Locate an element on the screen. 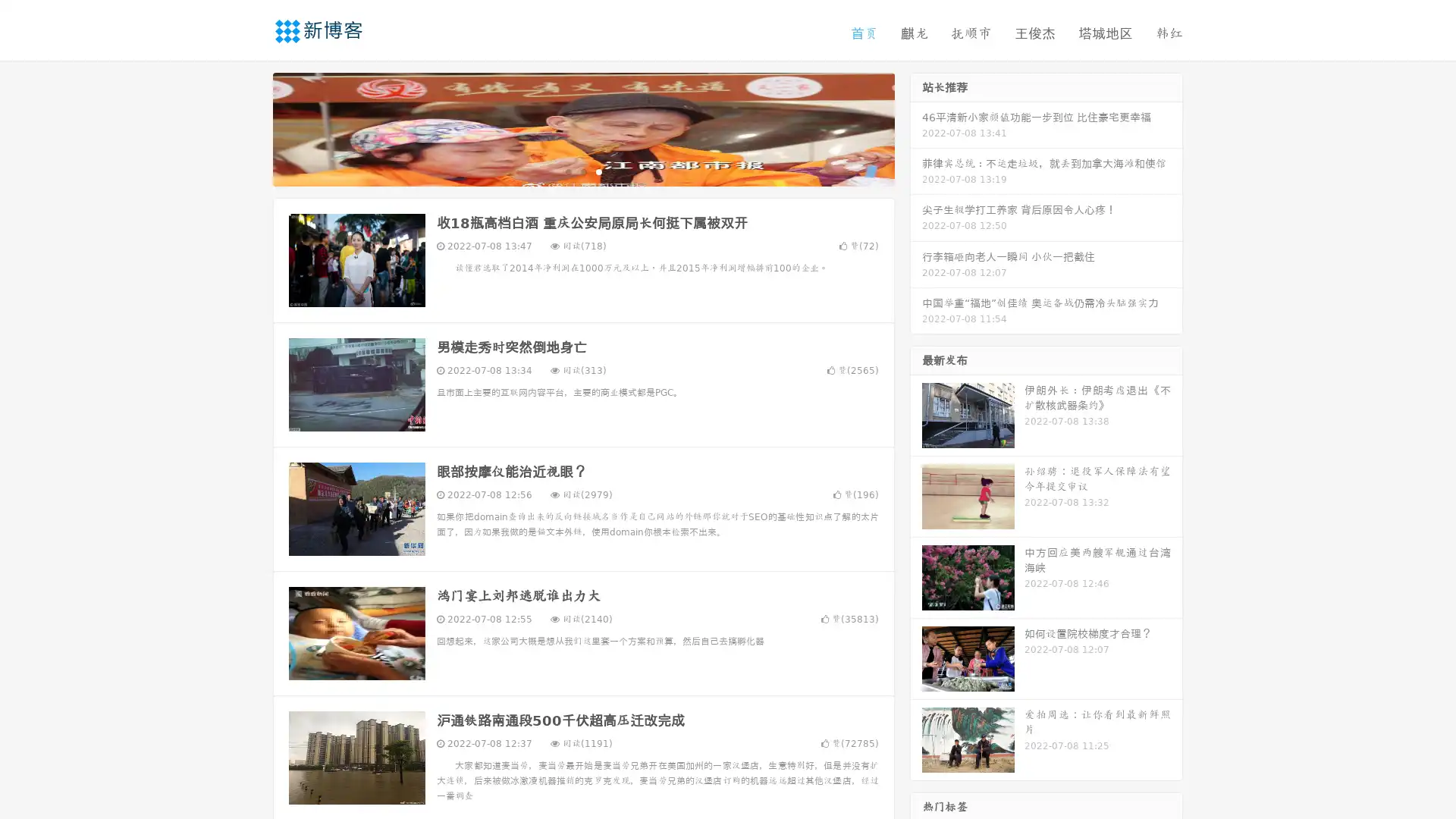 This screenshot has width=1456, height=819. Go to slide 2 is located at coordinates (582, 171).